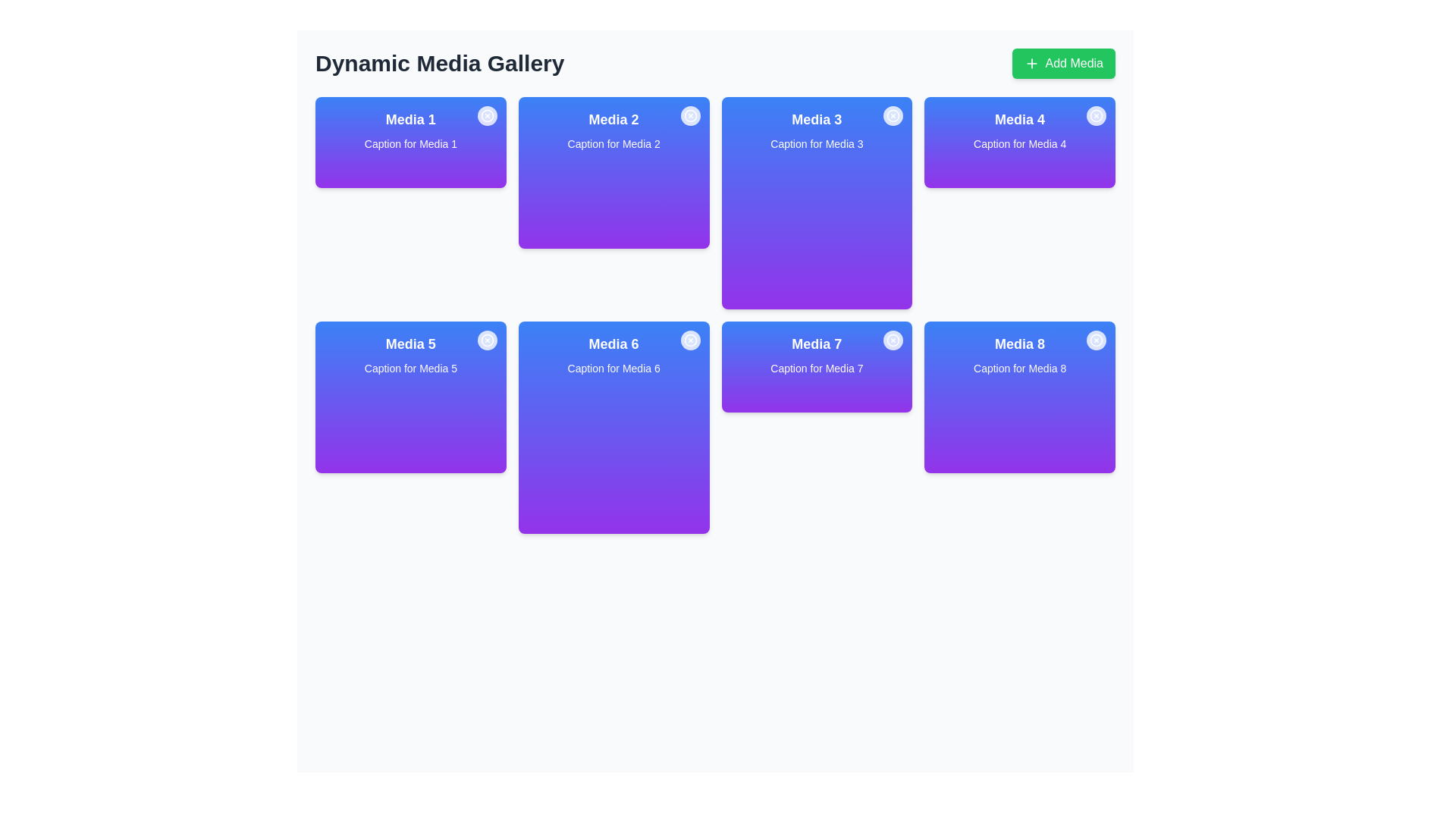  Describe the element at coordinates (1020, 143) in the screenshot. I see `caption text displayed as 'Caption for Media 4' on the text label styled in white color within the card labeled 'Media 4'` at that location.